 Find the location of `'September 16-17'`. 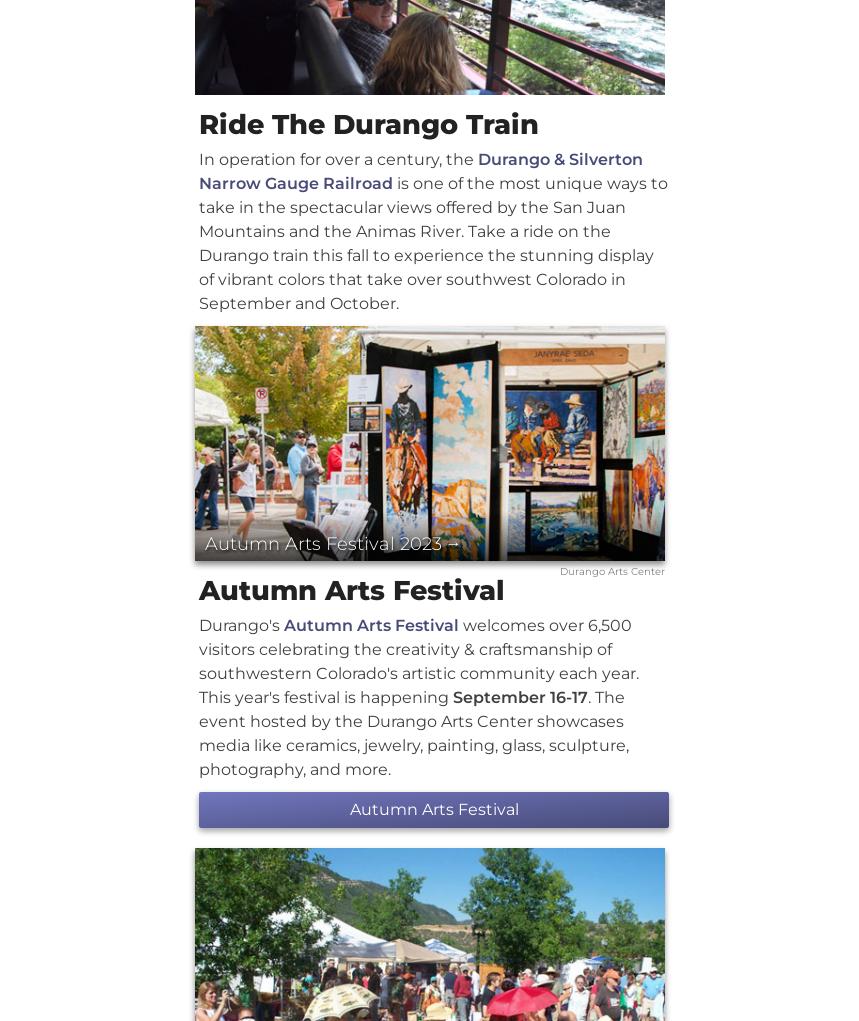

'September 16-17' is located at coordinates (520, 696).